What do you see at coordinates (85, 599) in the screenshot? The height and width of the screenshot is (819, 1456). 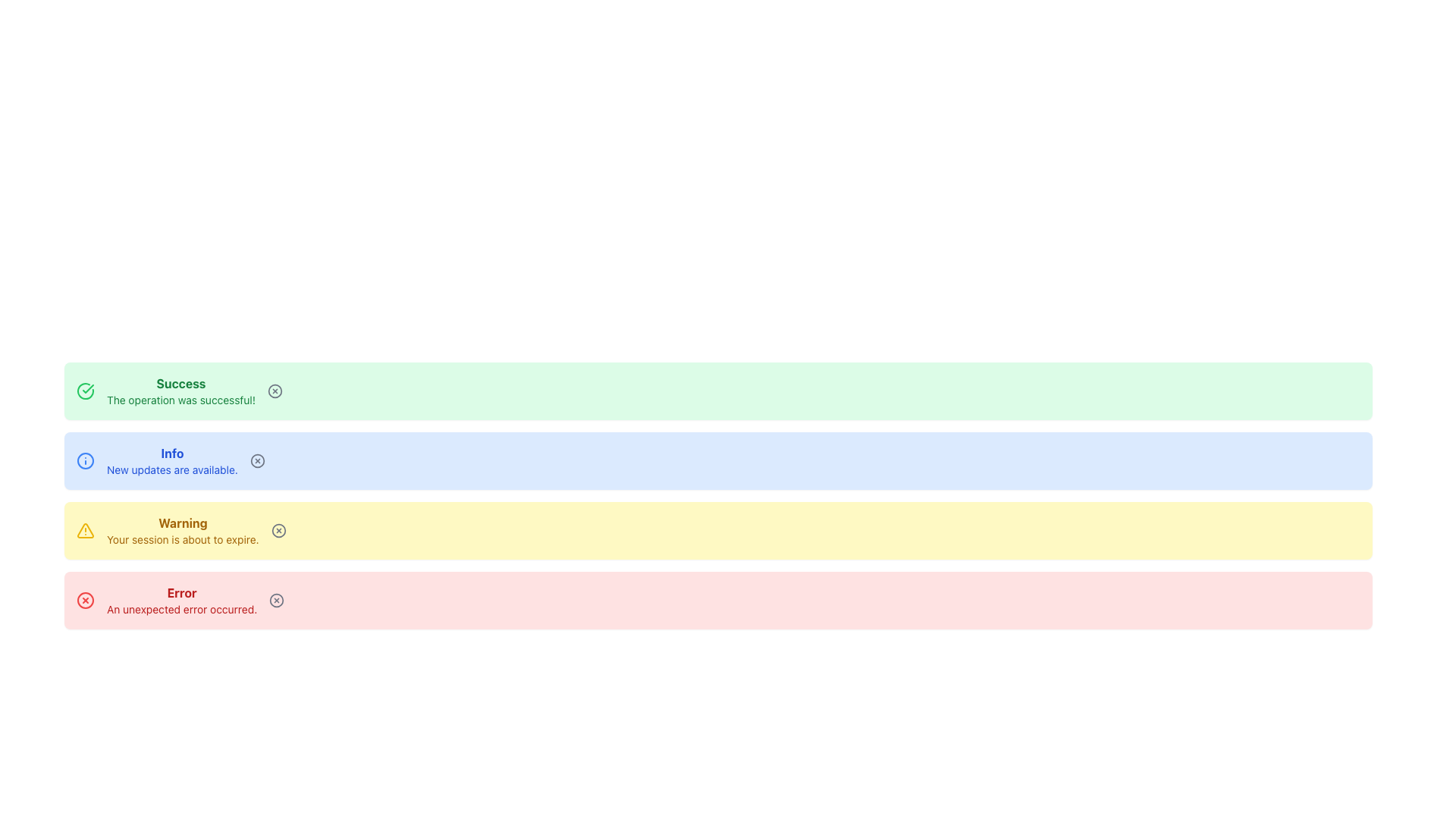 I see `the error icon located on the left side of the notification bar labeled 'Error' at the bottom of the stacked notification bars` at bounding box center [85, 599].